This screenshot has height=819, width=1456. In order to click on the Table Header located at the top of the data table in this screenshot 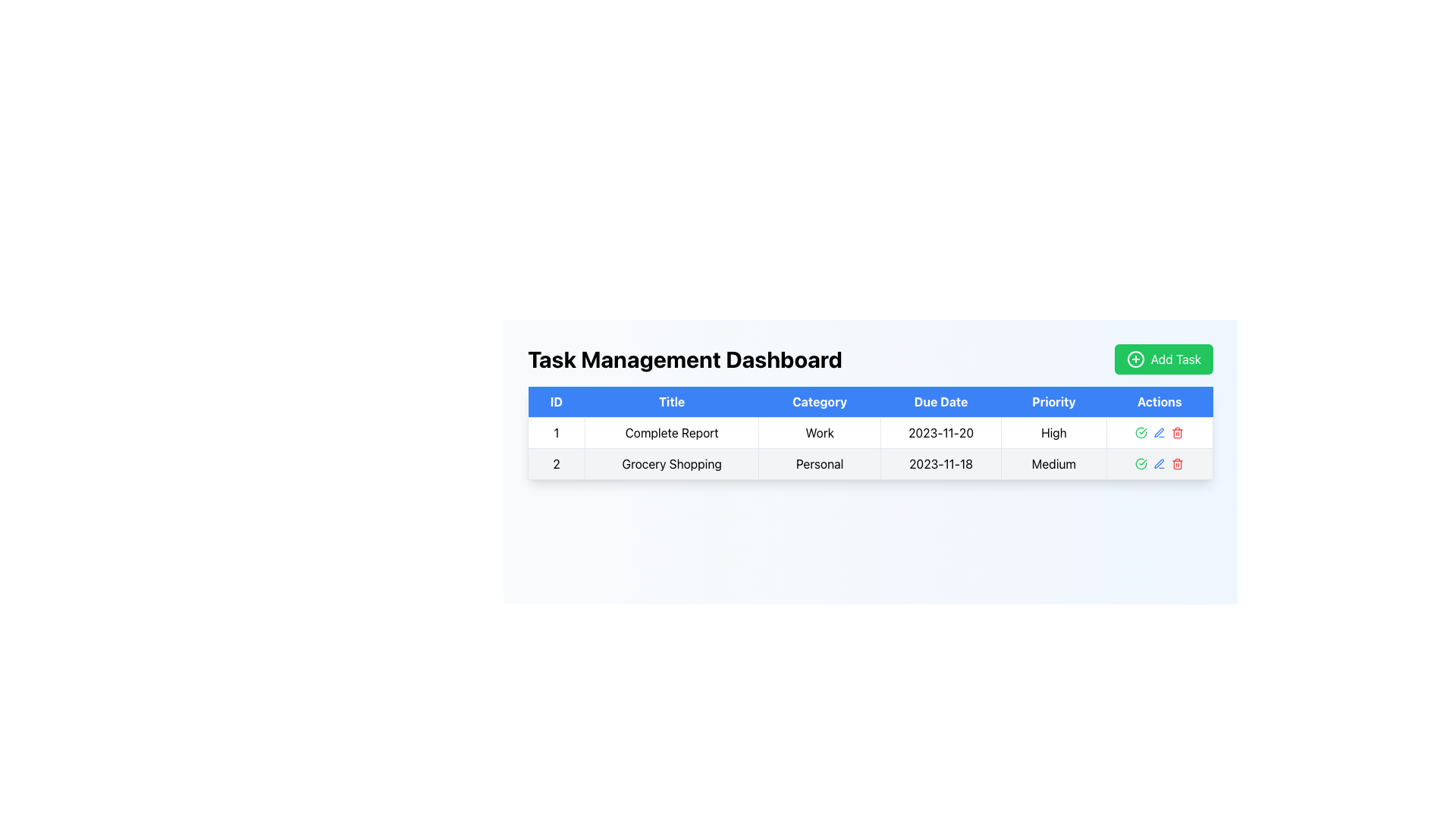, I will do `click(870, 400)`.